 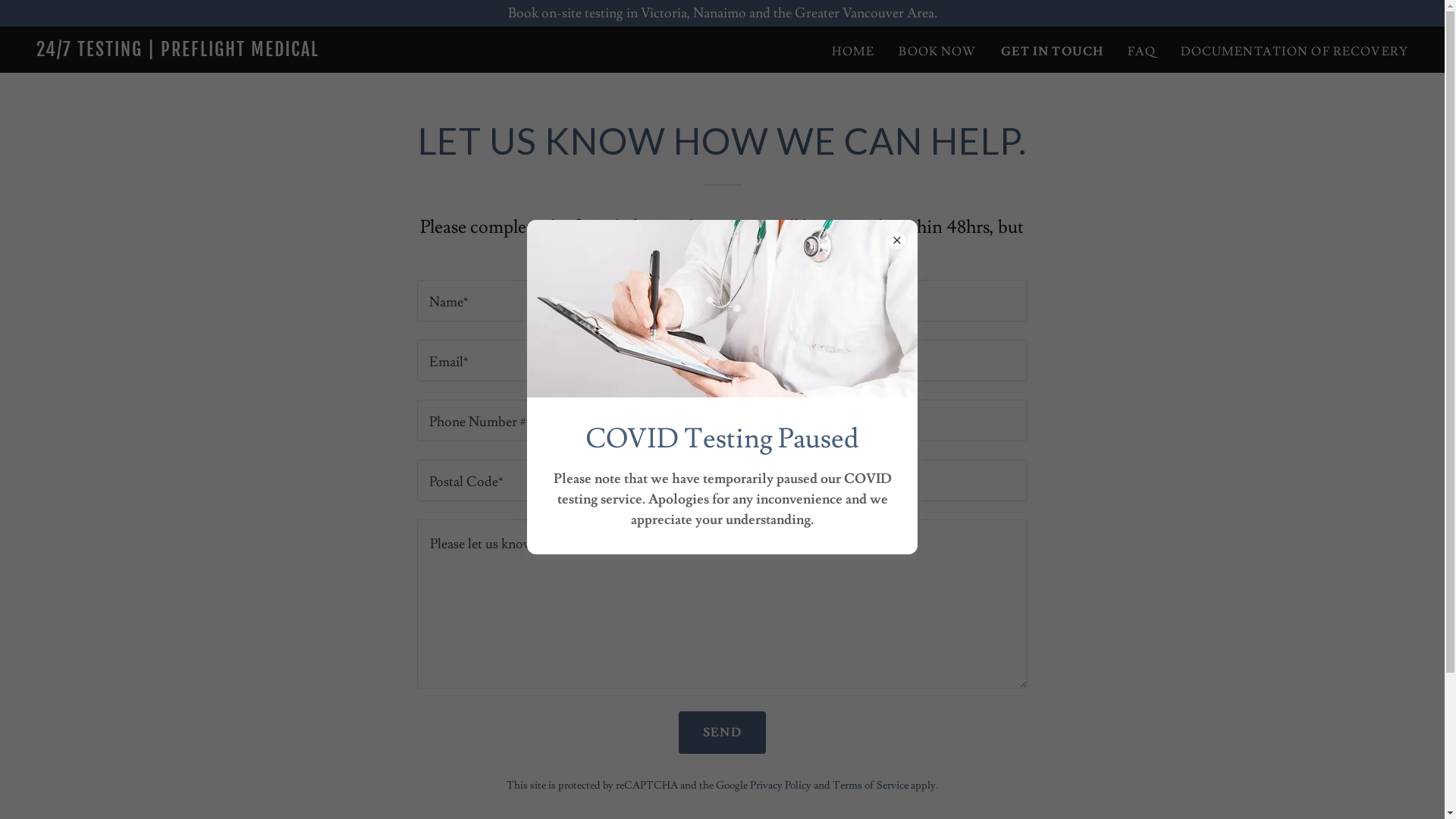 I want to click on 'Privacy Policy', so click(x=780, y=785).